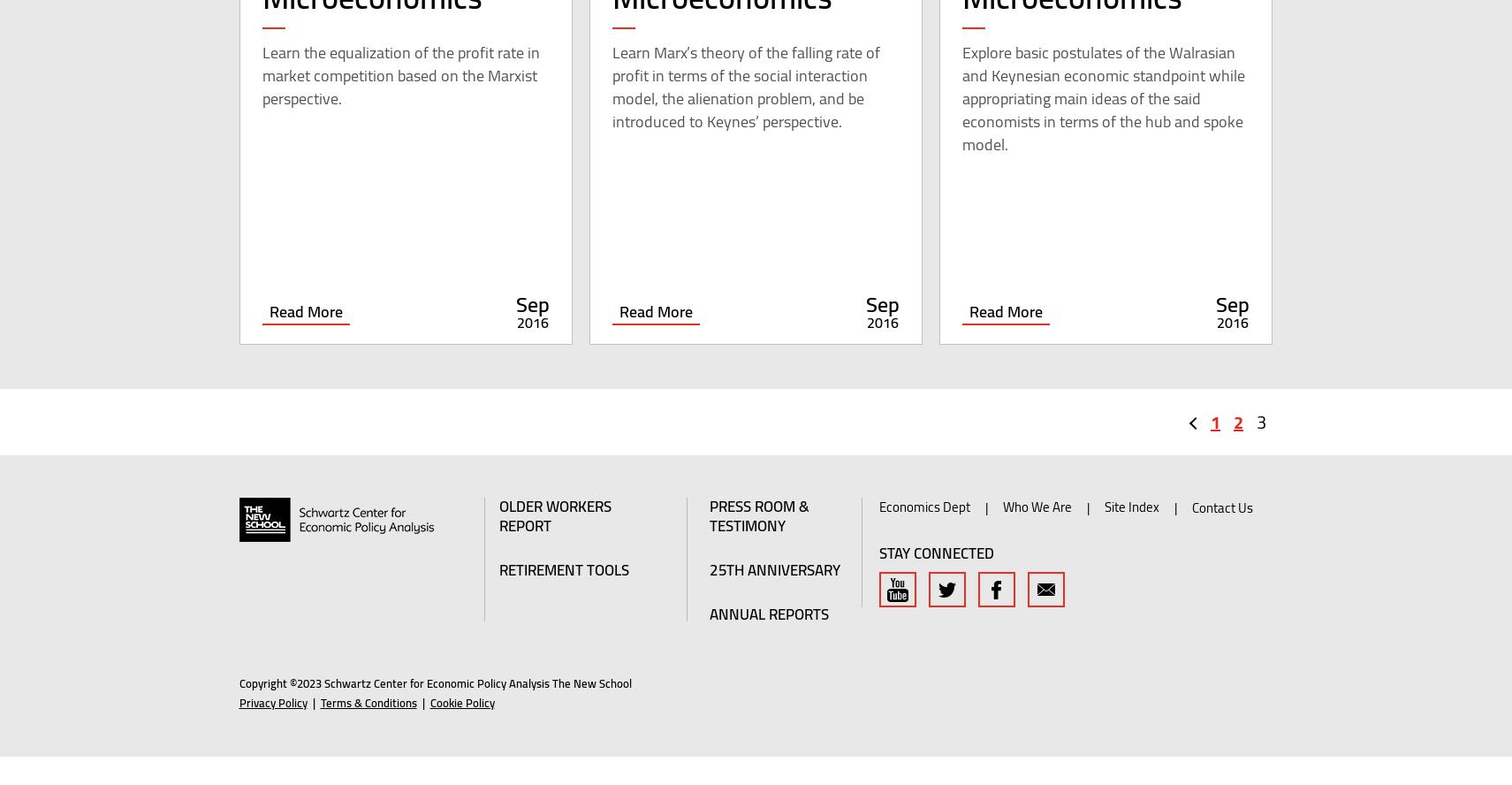 The height and width of the screenshot is (785, 1512). What do you see at coordinates (461, 730) in the screenshot?
I see `'Cookie Policy'` at bounding box center [461, 730].